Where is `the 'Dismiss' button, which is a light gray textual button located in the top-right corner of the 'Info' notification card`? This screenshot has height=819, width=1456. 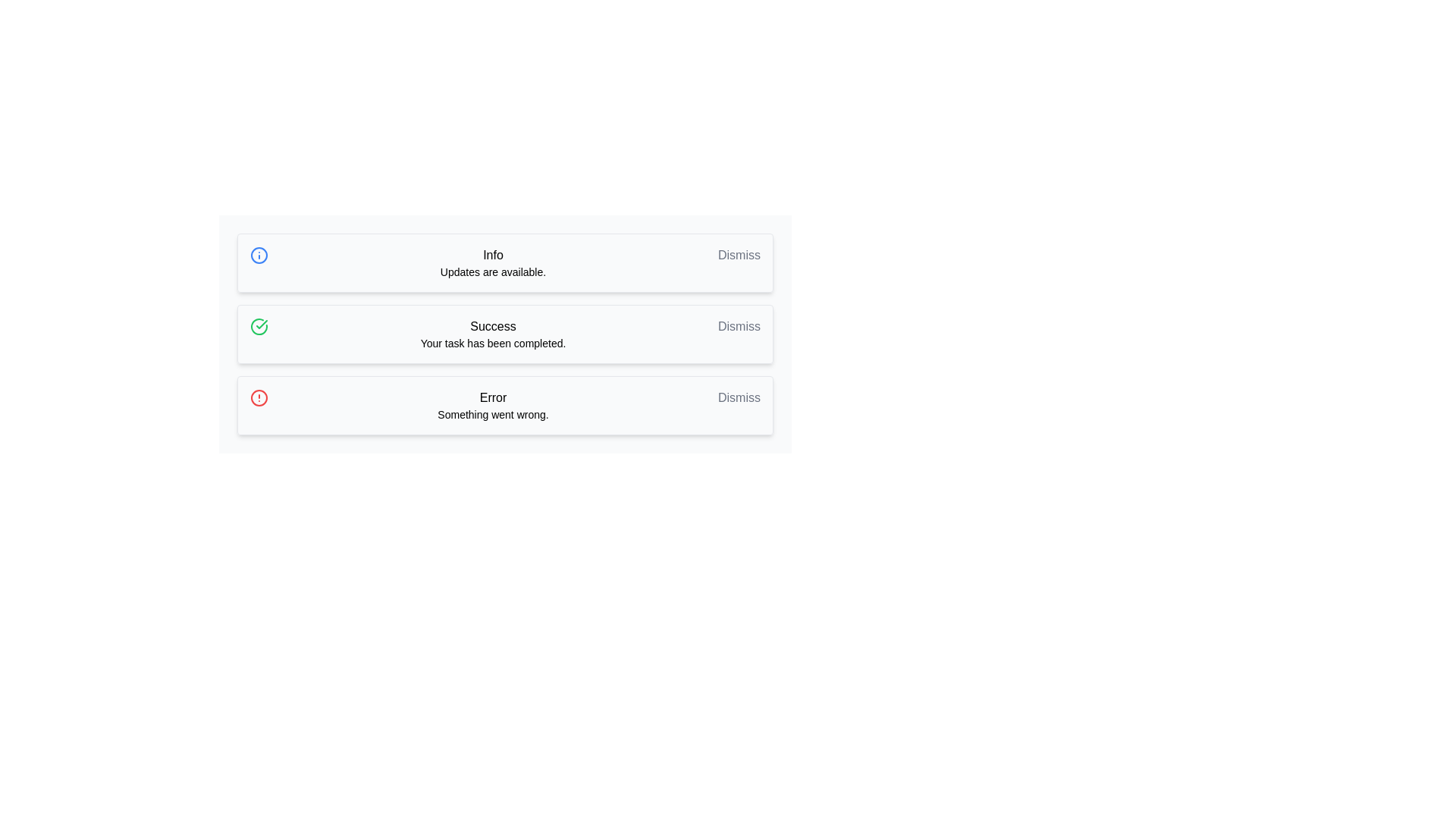 the 'Dismiss' button, which is a light gray textual button located in the top-right corner of the 'Info' notification card is located at coordinates (739, 254).